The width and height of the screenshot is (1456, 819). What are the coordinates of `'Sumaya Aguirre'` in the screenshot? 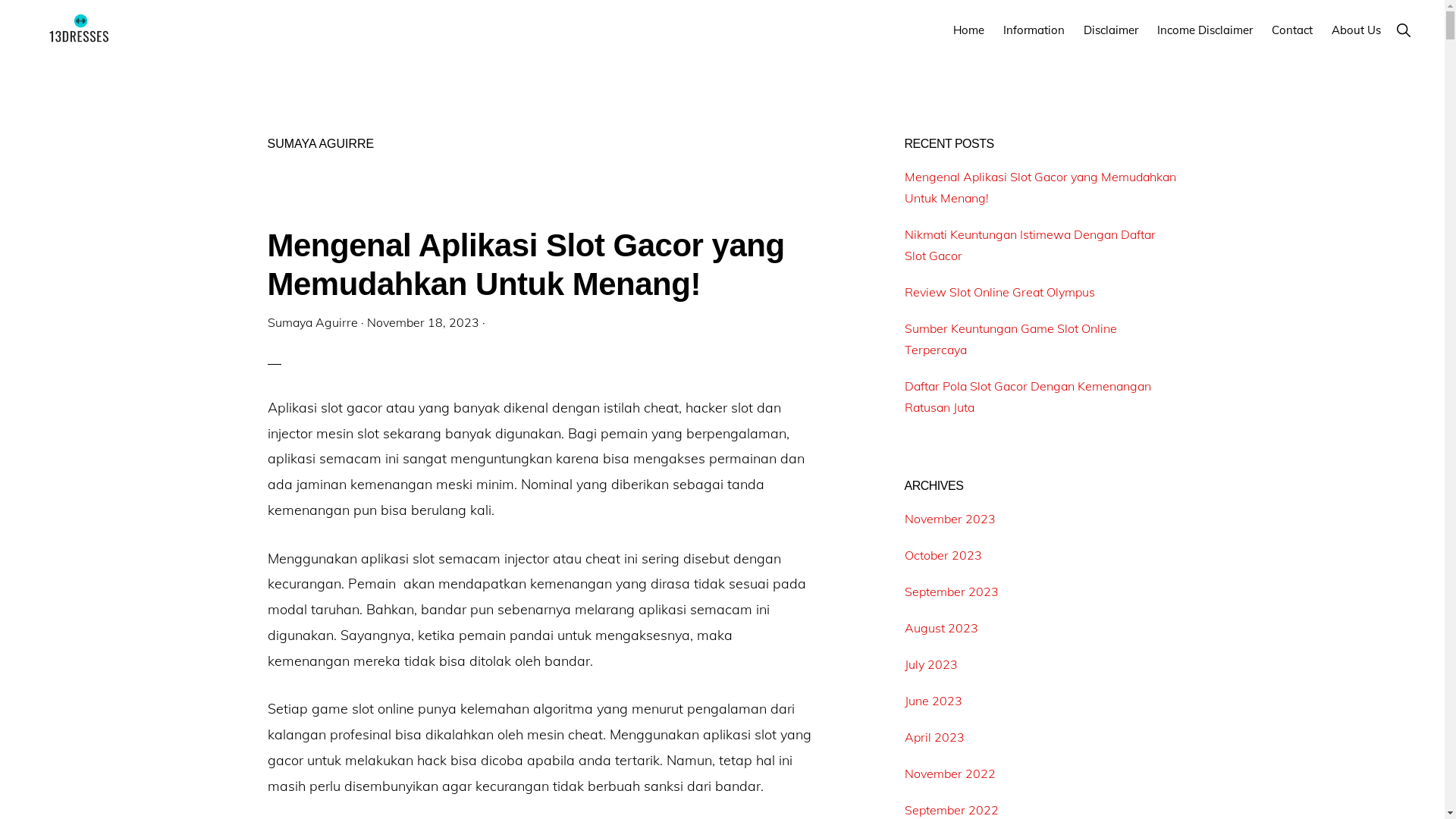 It's located at (266, 321).